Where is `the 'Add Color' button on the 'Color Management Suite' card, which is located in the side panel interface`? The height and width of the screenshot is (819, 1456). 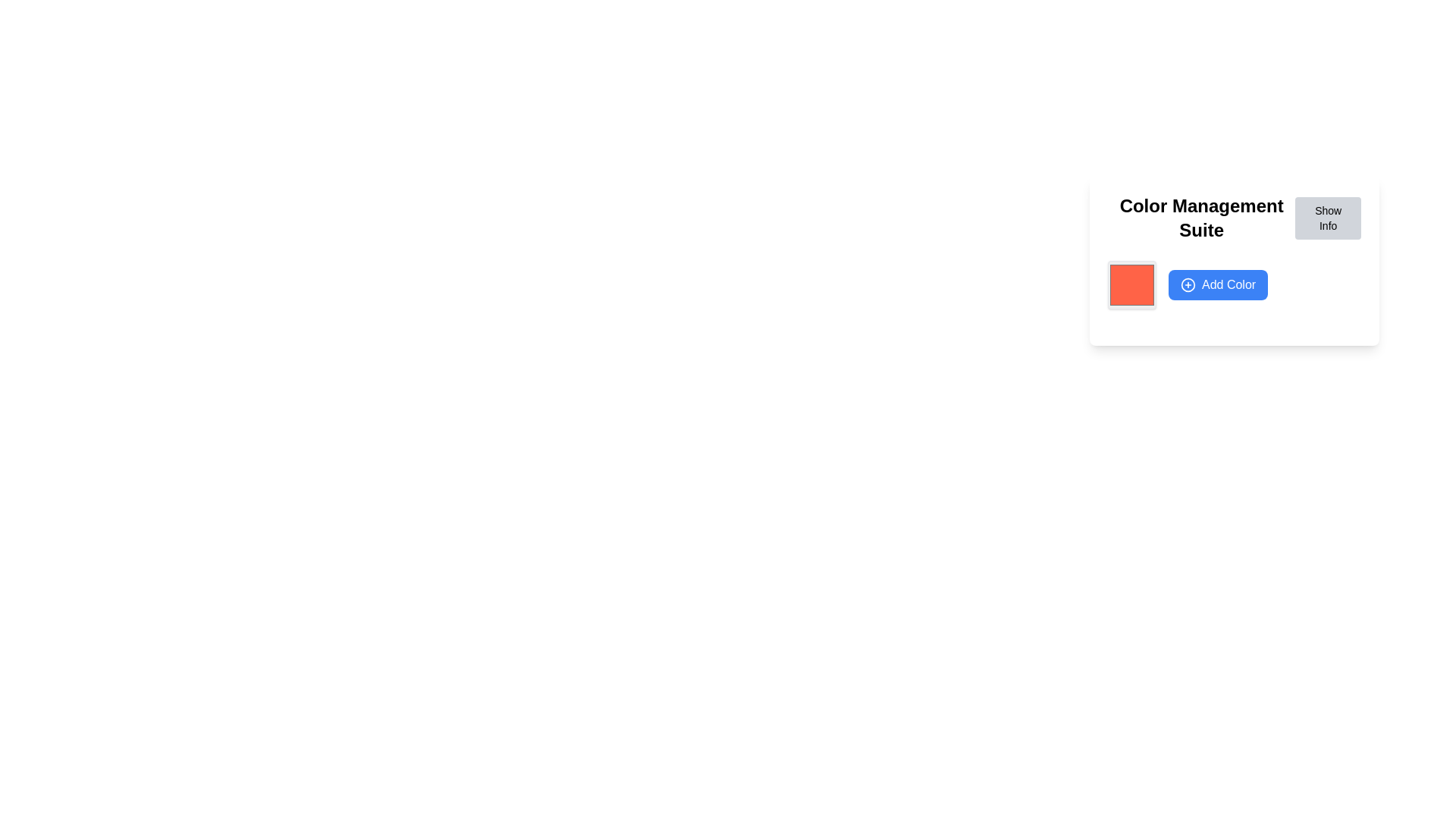
the 'Add Color' button on the 'Color Management Suite' card, which is located in the side panel interface is located at coordinates (1234, 259).